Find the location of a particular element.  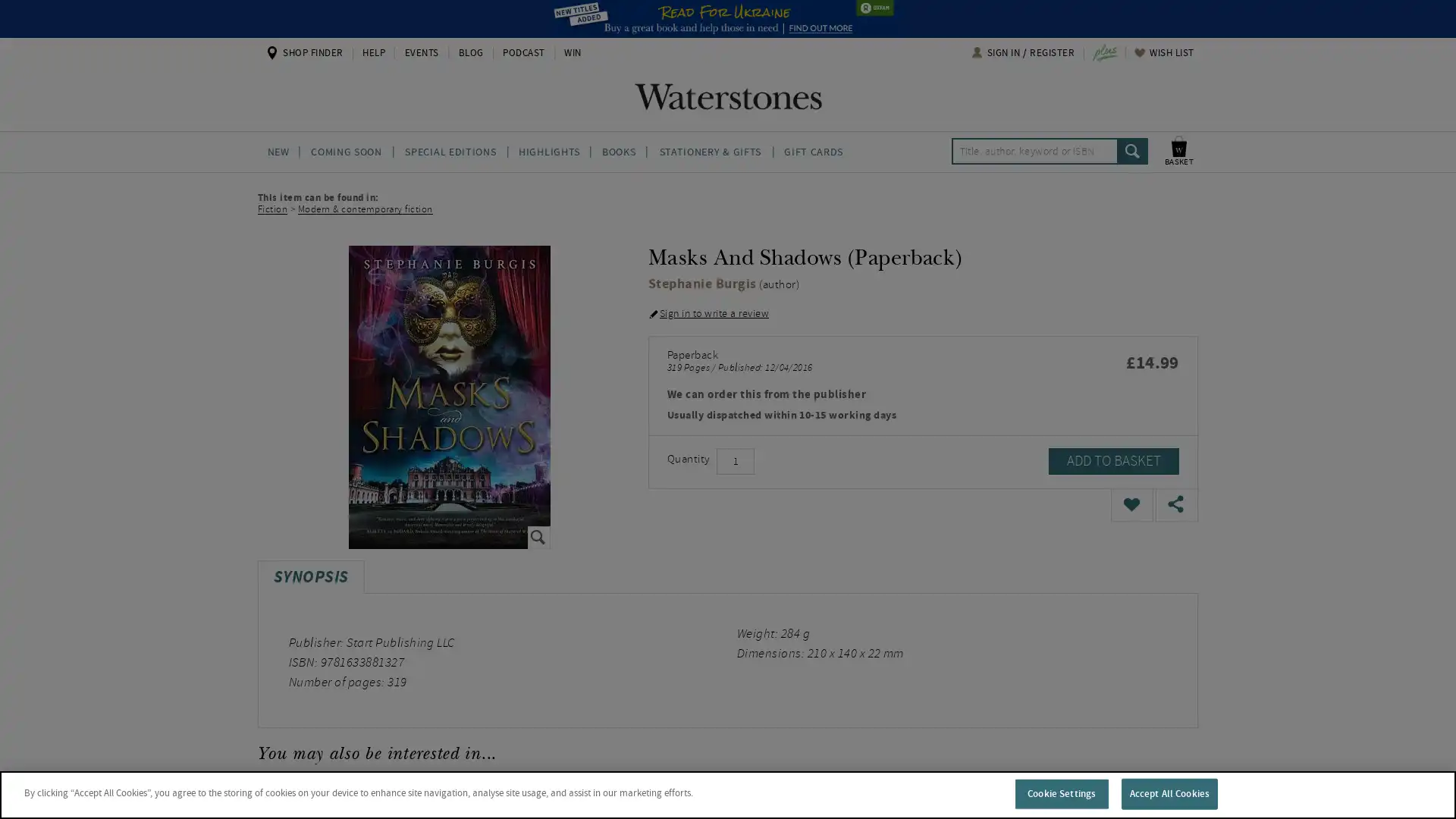

Cookie Settings is located at coordinates (1060, 792).